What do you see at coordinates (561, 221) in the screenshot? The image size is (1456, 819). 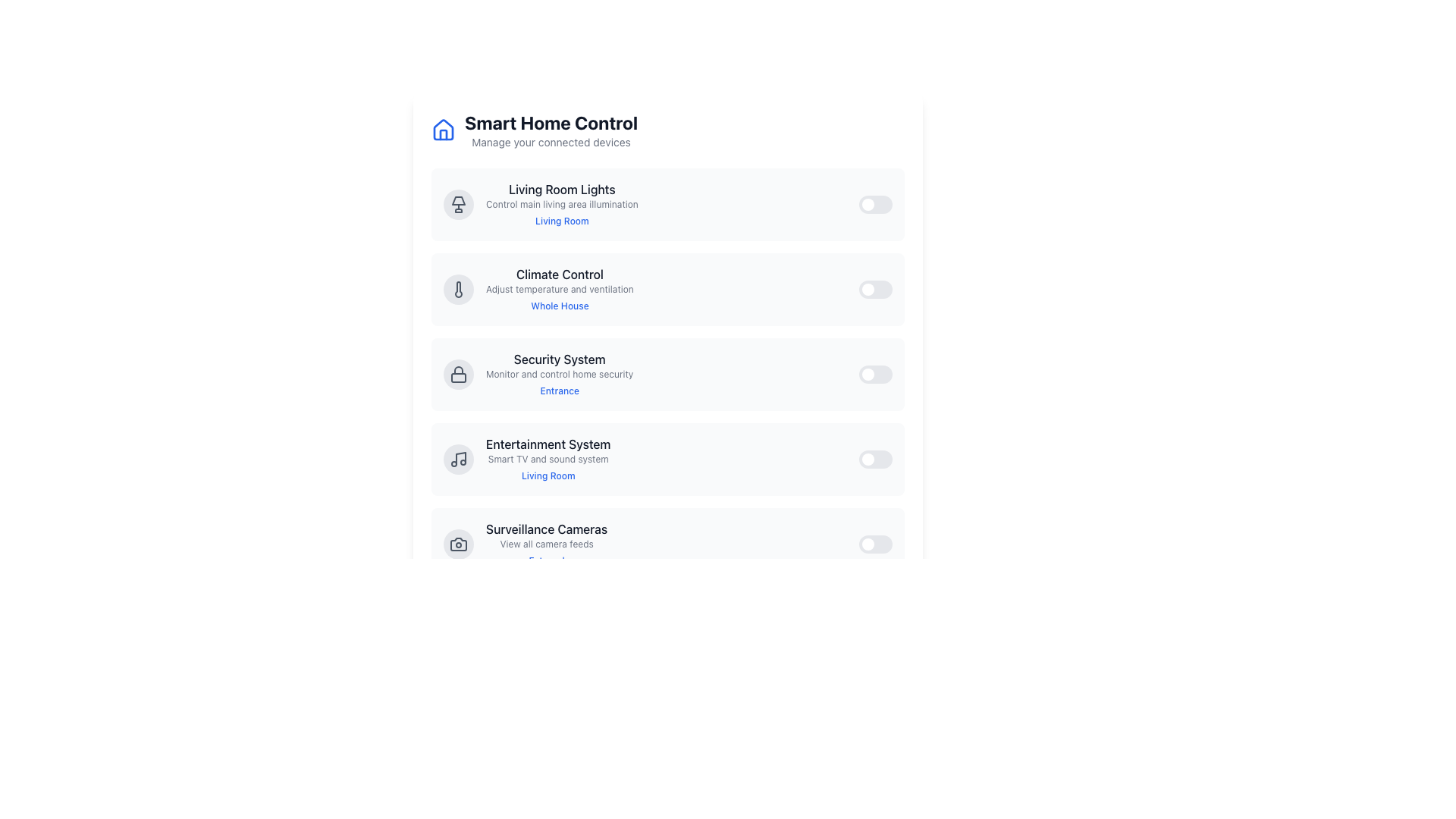 I see `the hyperlink styled text 'Living Room' using keyboard navigation` at bounding box center [561, 221].